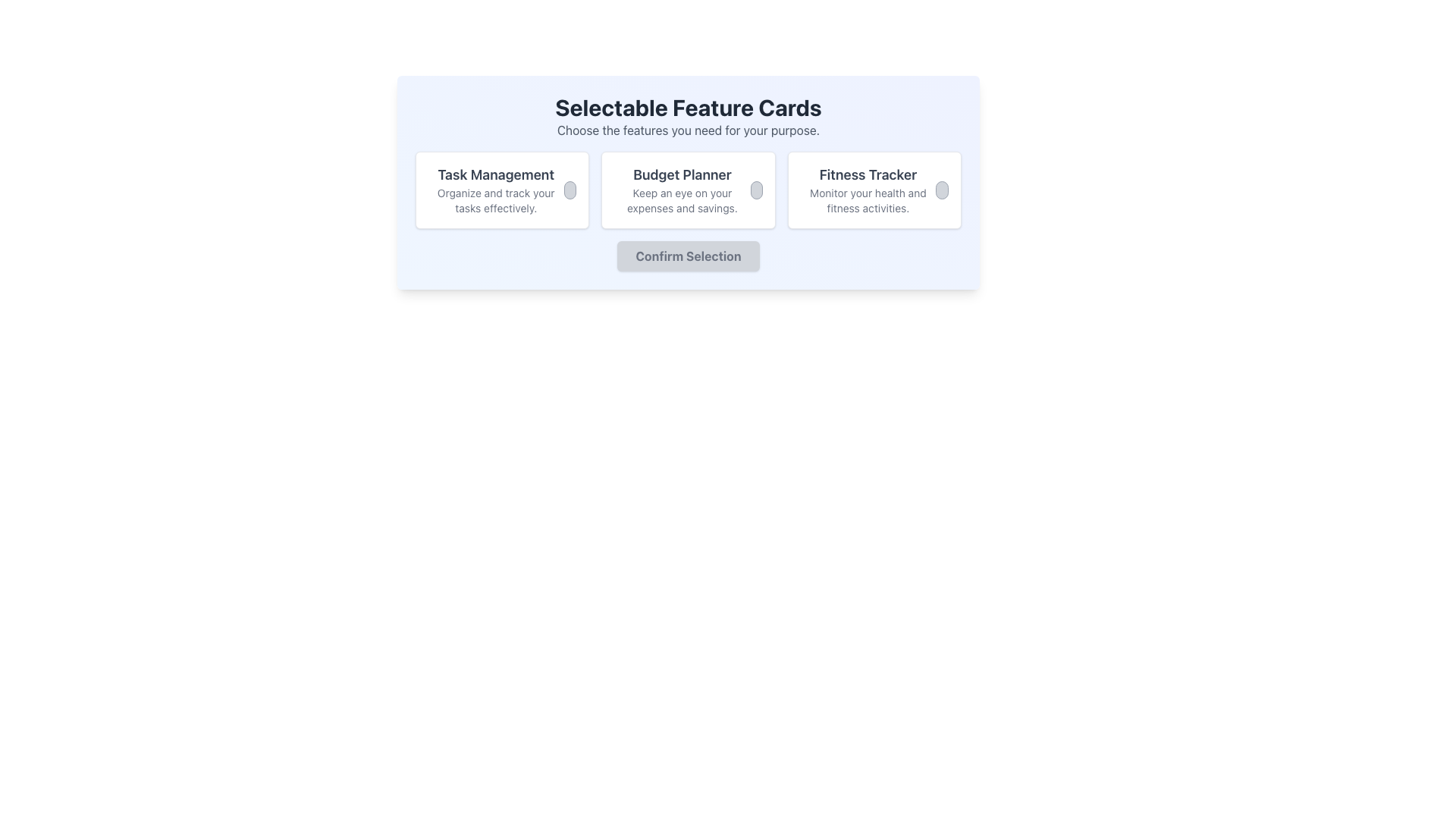 The height and width of the screenshot is (819, 1456). I want to click on static text element titled 'Budget Planner', which is styled in bold dark-gray font and located at the top of the second feature card under 'Selectable Feature Cards', so click(681, 174).